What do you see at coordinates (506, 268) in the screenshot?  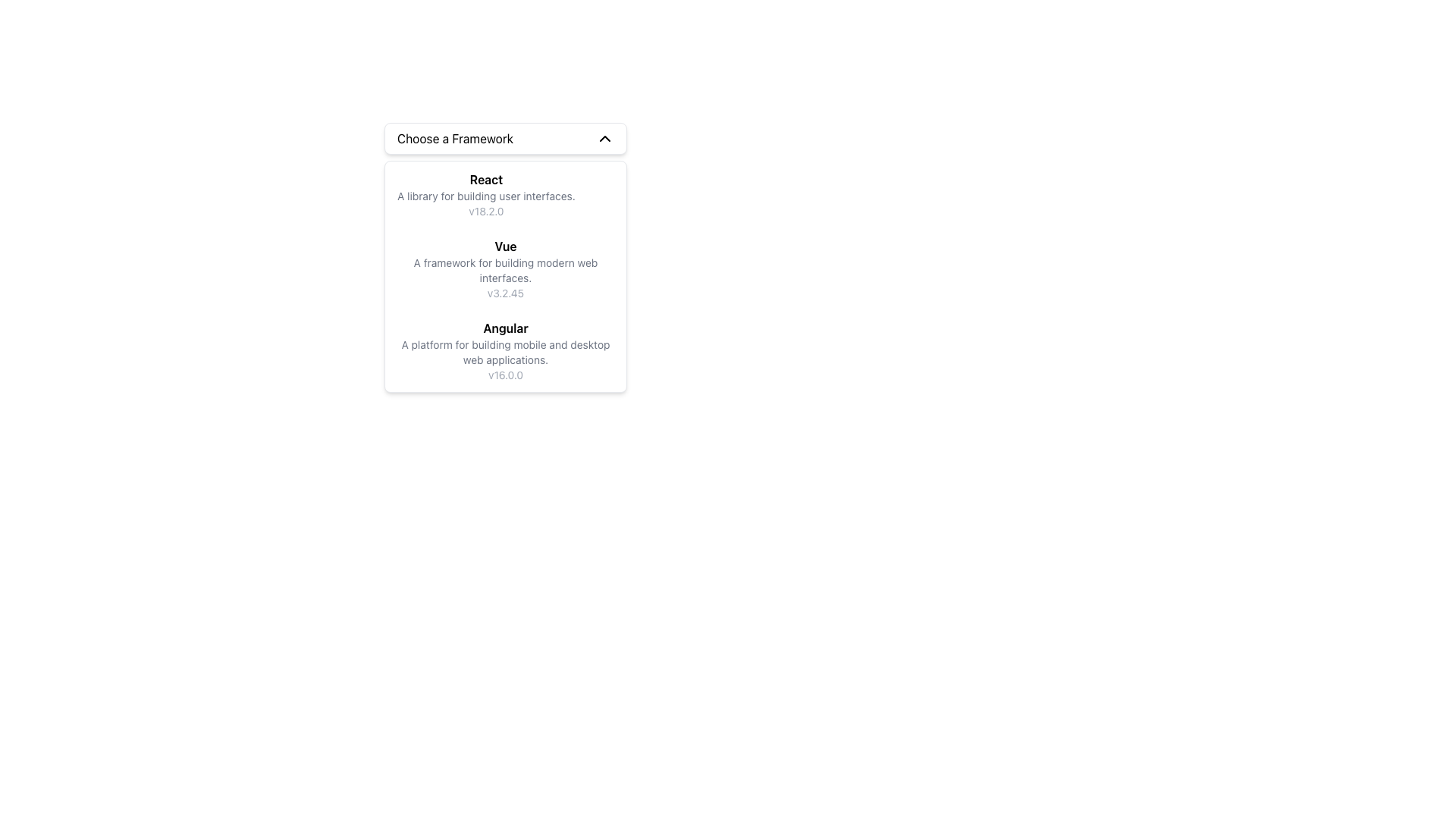 I see `the center of the selectable list item titled 'Vue', which is the second item in a list of frameworks` at bounding box center [506, 268].